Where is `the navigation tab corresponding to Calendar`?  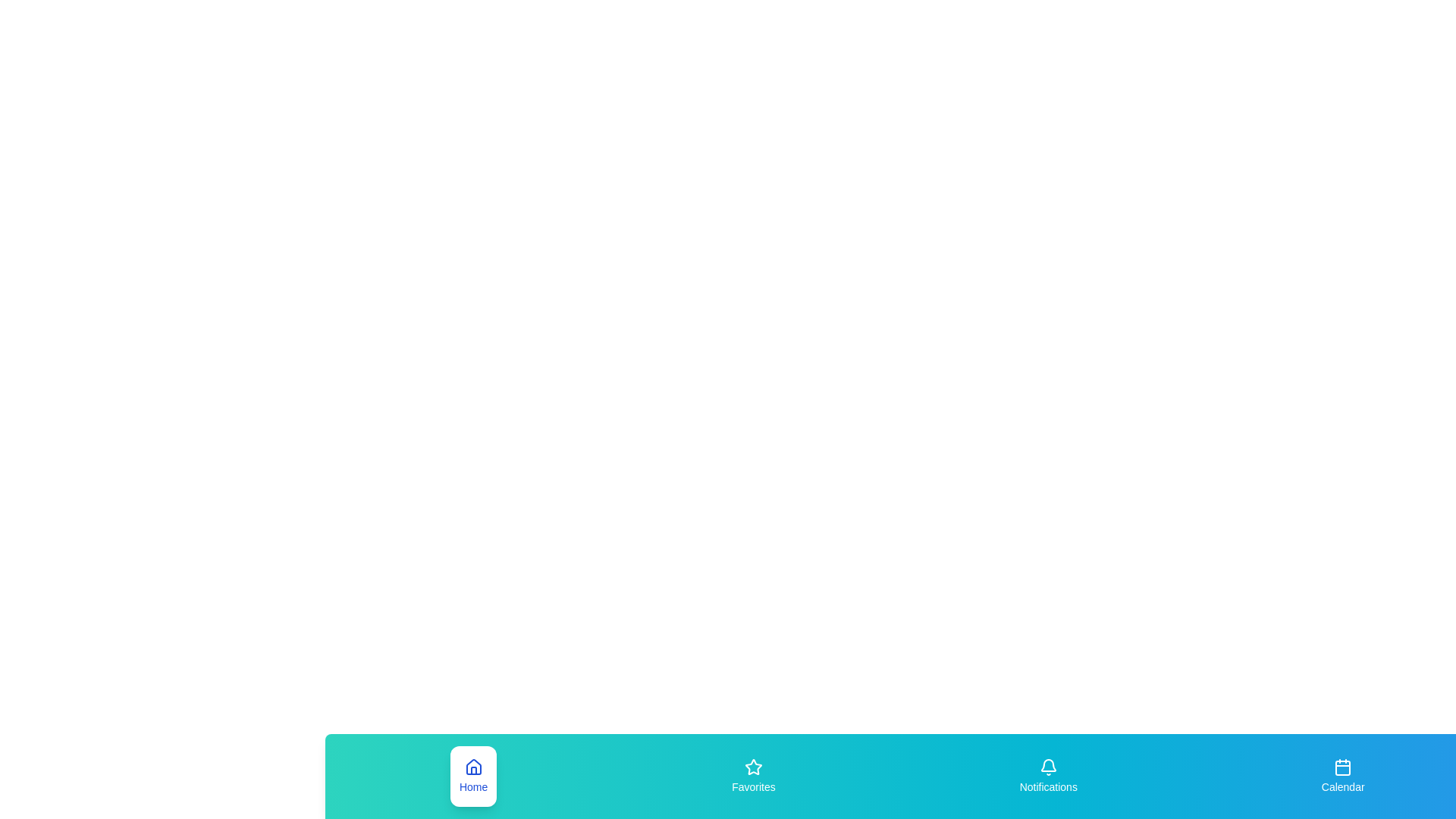
the navigation tab corresponding to Calendar is located at coordinates (1343, 776).